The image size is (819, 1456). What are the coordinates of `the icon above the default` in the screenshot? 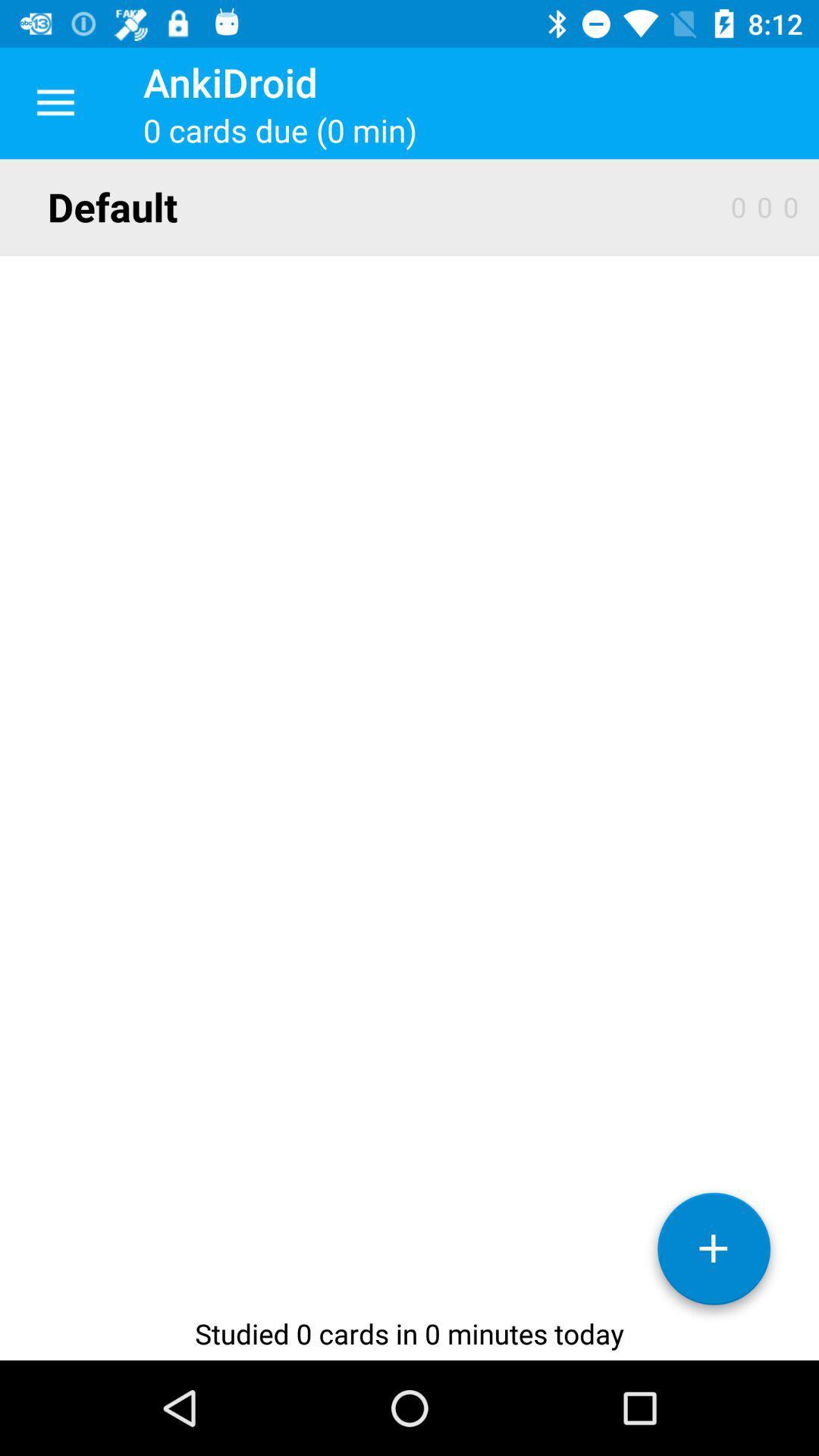 It's located at (55, 102).